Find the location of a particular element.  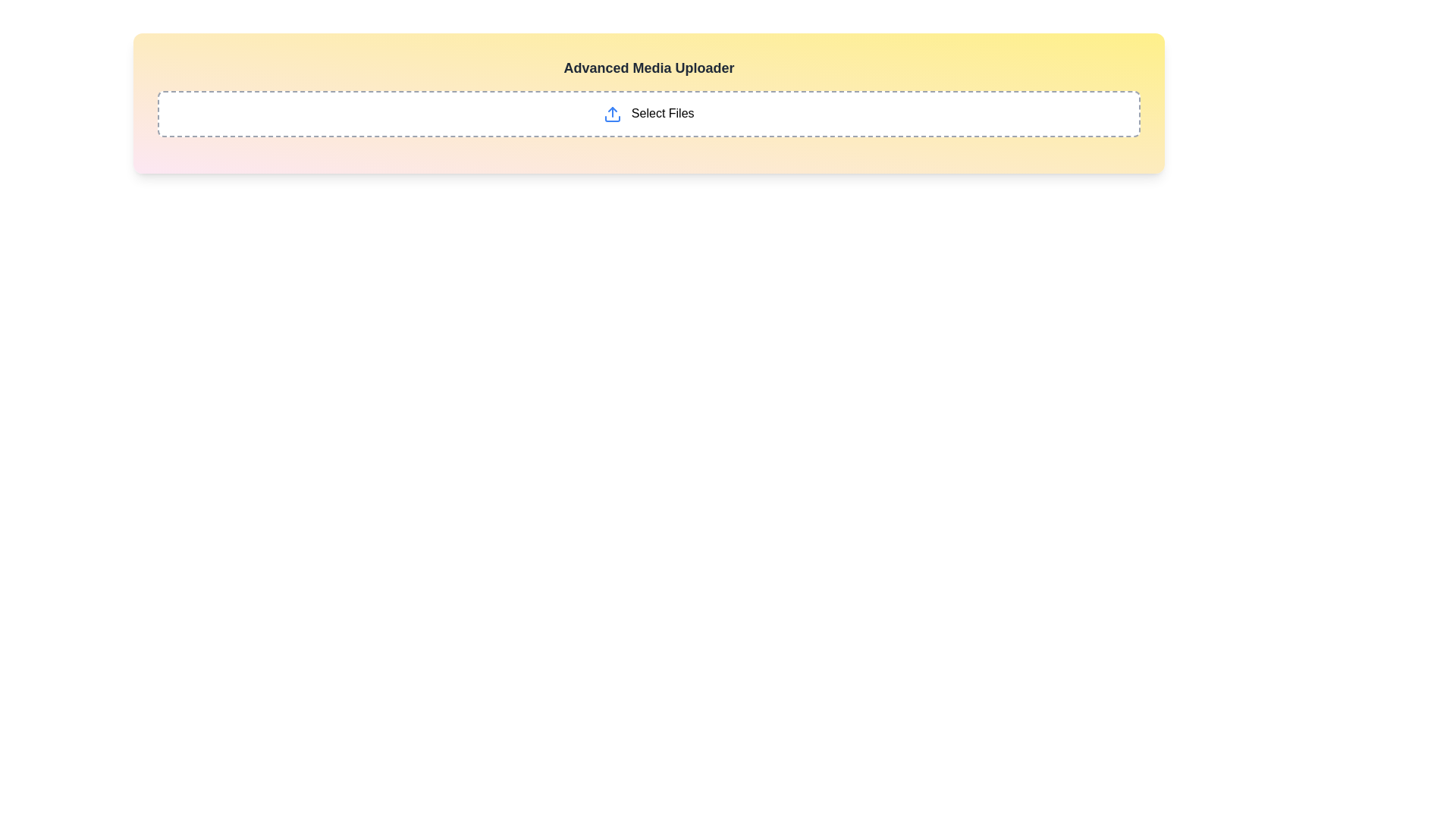

the 'Select Files' button, which is styled in blue and located centrally within a bordered dashed area below the 'Advanced Media Uploader' header is located at coordinates (648, 113).